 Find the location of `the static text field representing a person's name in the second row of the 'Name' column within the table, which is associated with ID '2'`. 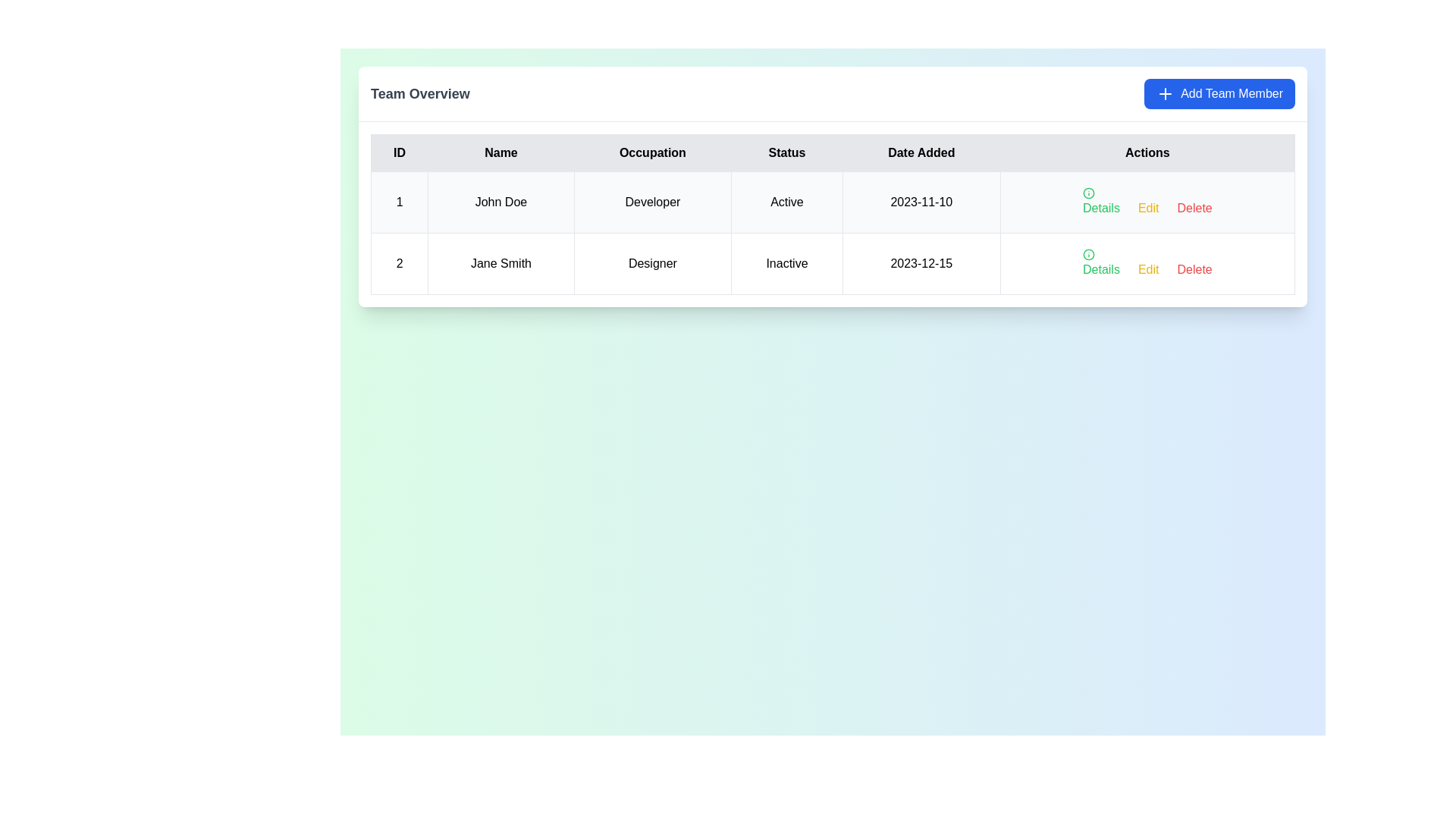

the static text field representing a person's name in the second row of the 'Name' column within the table, which is associated with ID '2' is located at coordinates (501, 262).